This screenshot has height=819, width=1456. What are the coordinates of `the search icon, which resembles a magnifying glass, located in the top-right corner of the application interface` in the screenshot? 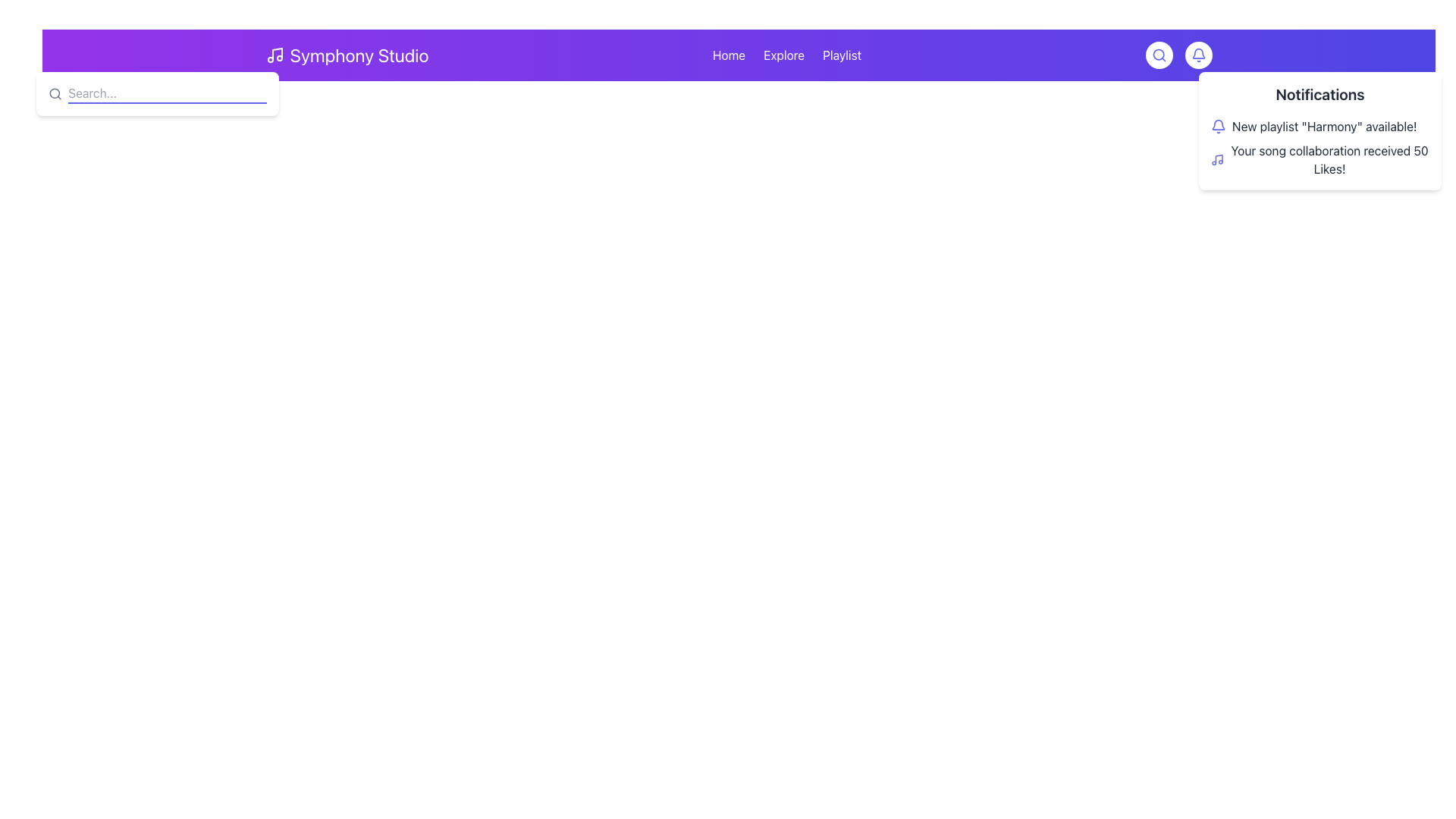 It's located at (1158, 55).